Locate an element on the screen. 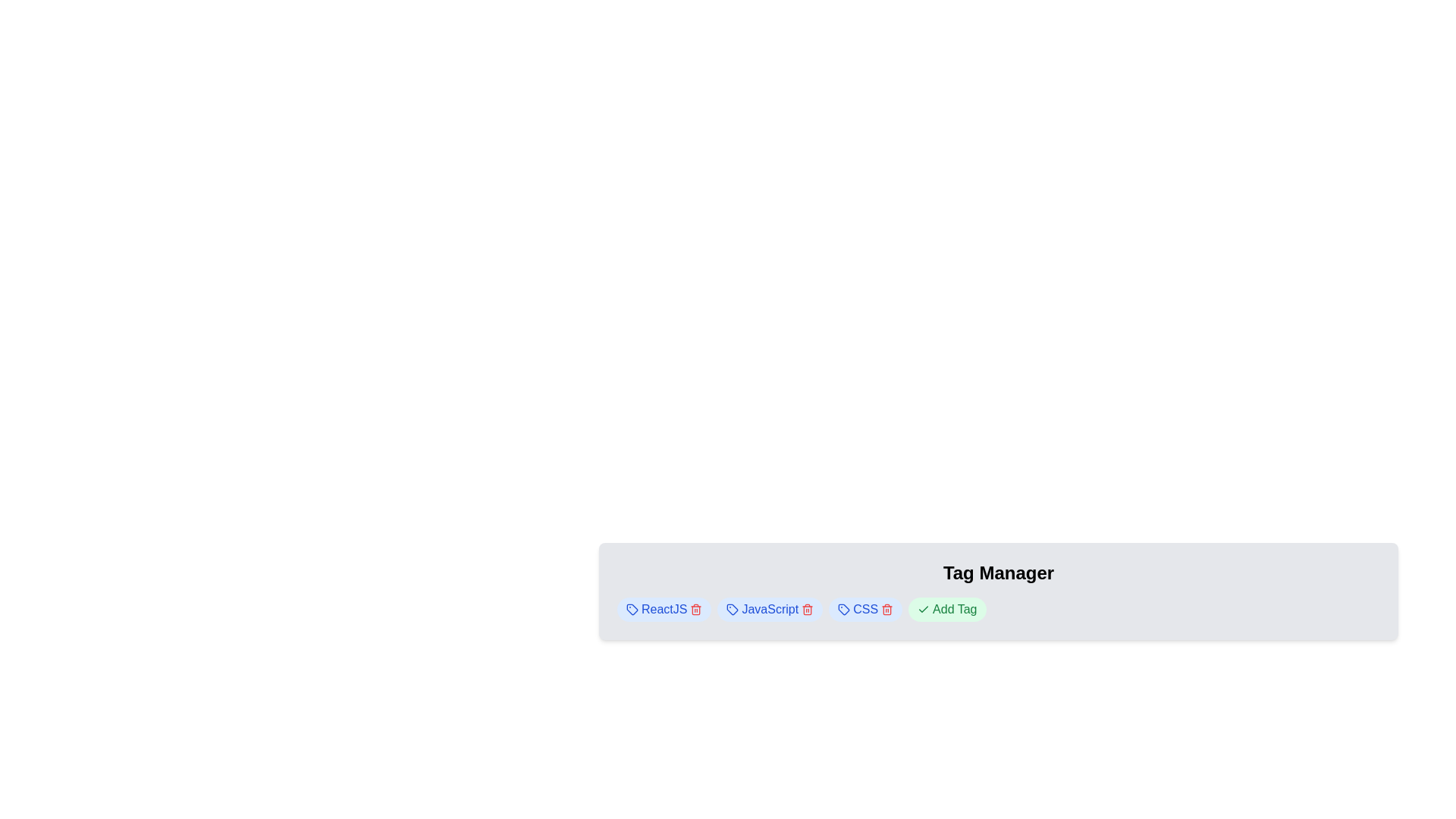 This screenshot has width=1456, height=819. the tag representing 'JavaScript', which is the second tag in a horizontal row adjacent to 'ReactJS' and 'CSS' is located at coordinates (770, 608).